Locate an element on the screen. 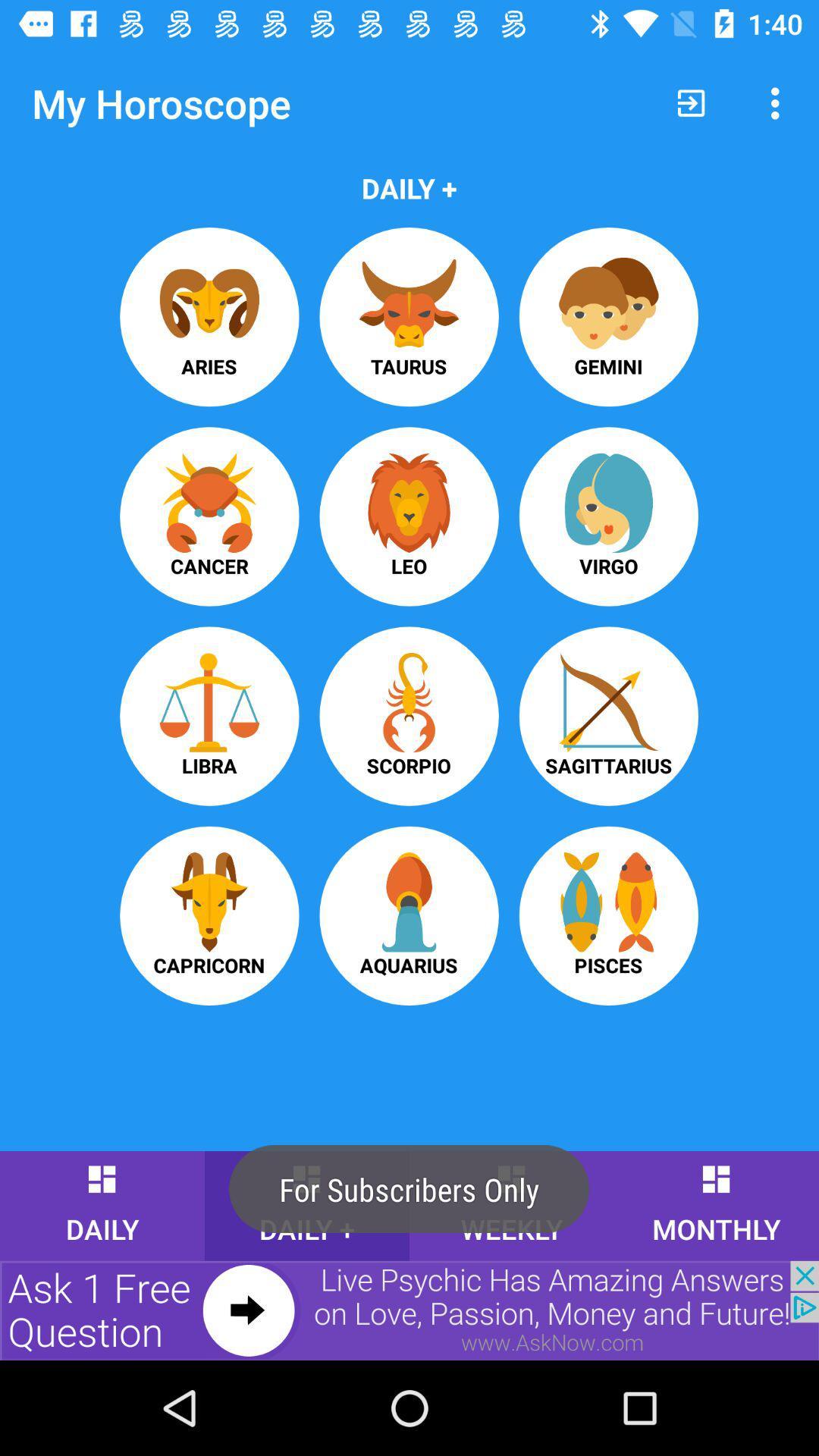 This screenshot has width=819, height=1456. advertisement is located at coordinates (409, 1310).